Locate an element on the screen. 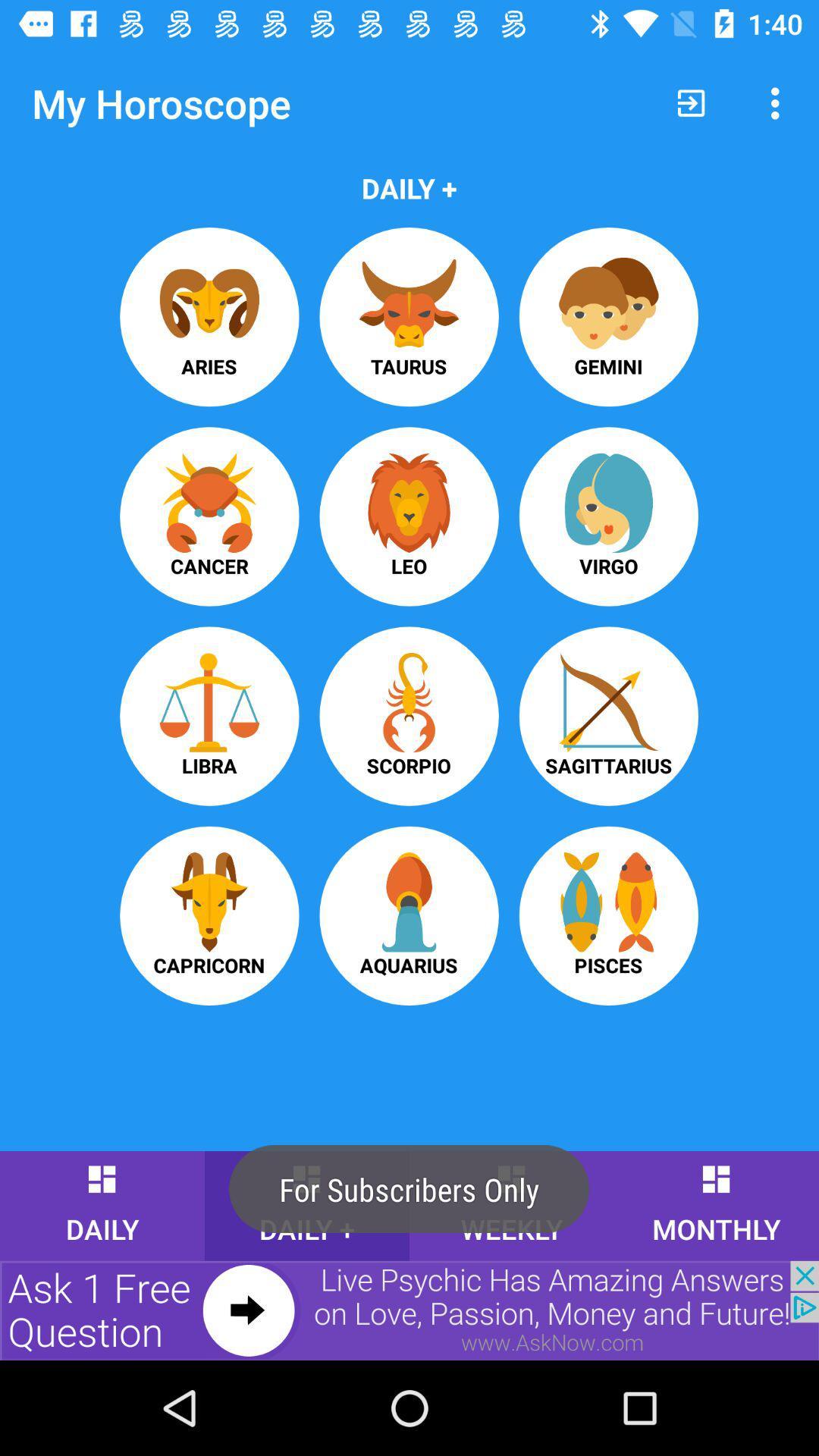 This screenshot has width=819, height=1456. advertisement is located at coordinates (409, 1310).